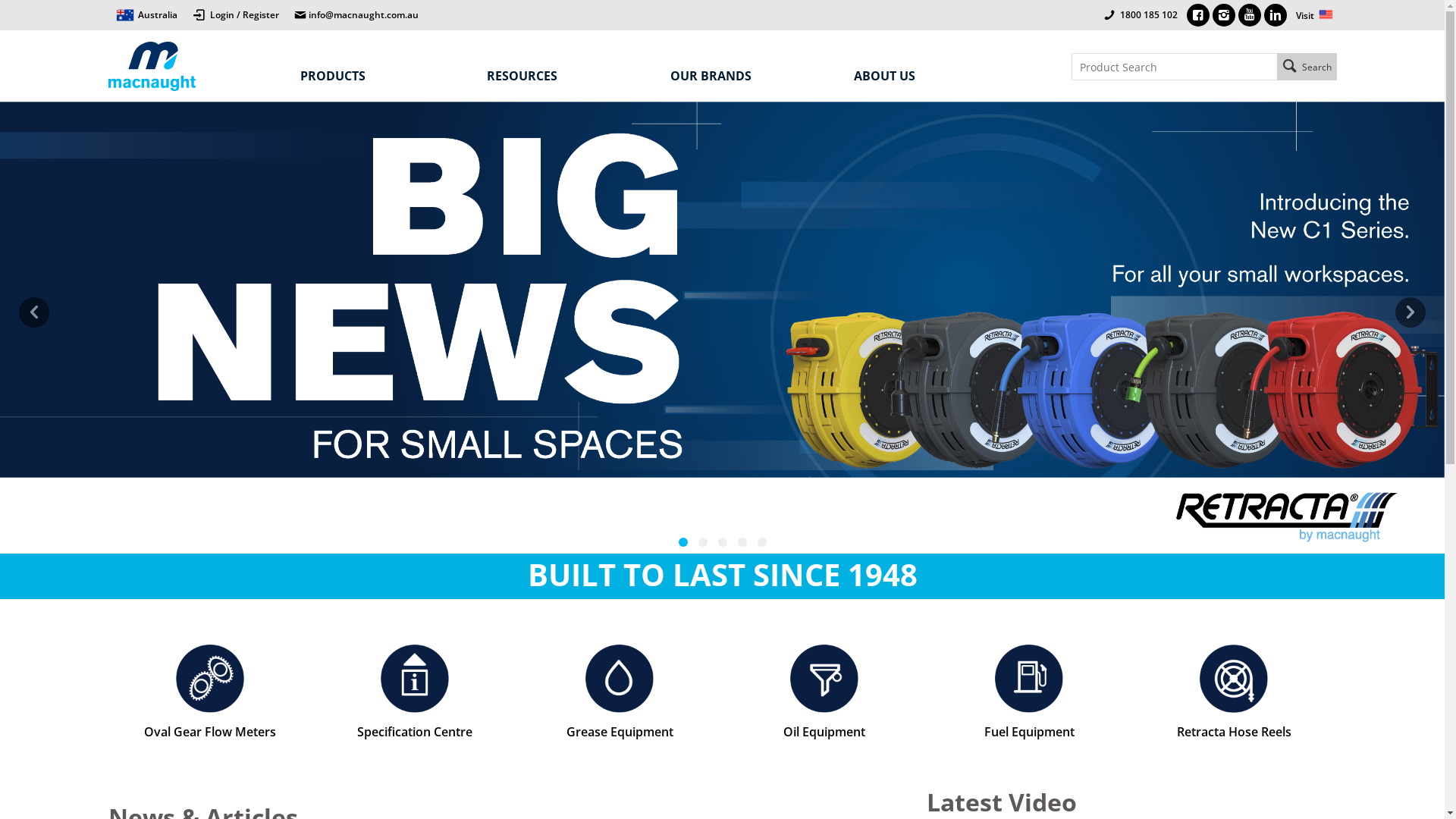  Describe the element at coordinates (619, 692) in the screenshot. I see `'Grease Equipment'` at that location.